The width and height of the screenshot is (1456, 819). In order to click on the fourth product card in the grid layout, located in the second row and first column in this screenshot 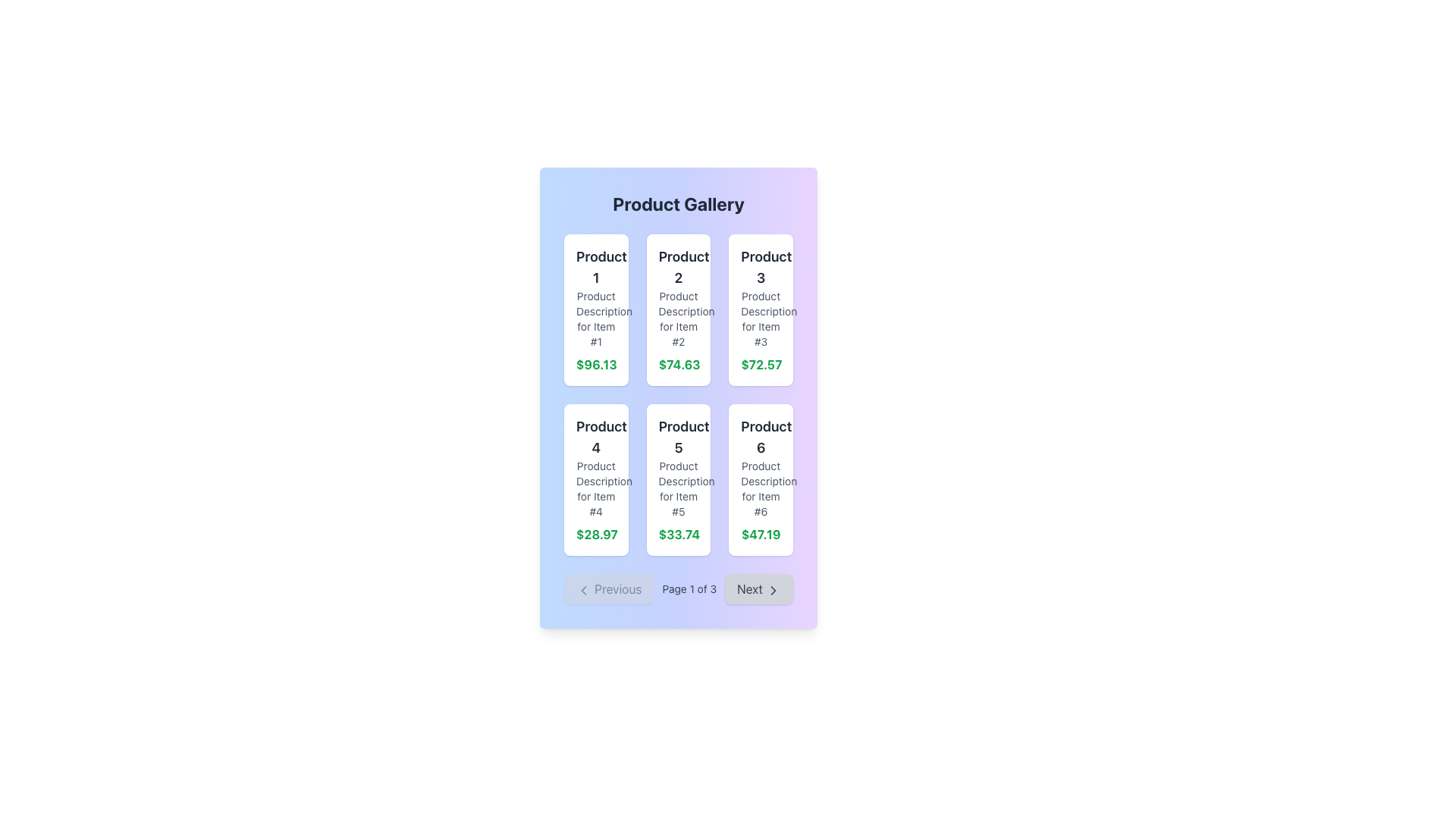, I will do `click(595, 479)`.